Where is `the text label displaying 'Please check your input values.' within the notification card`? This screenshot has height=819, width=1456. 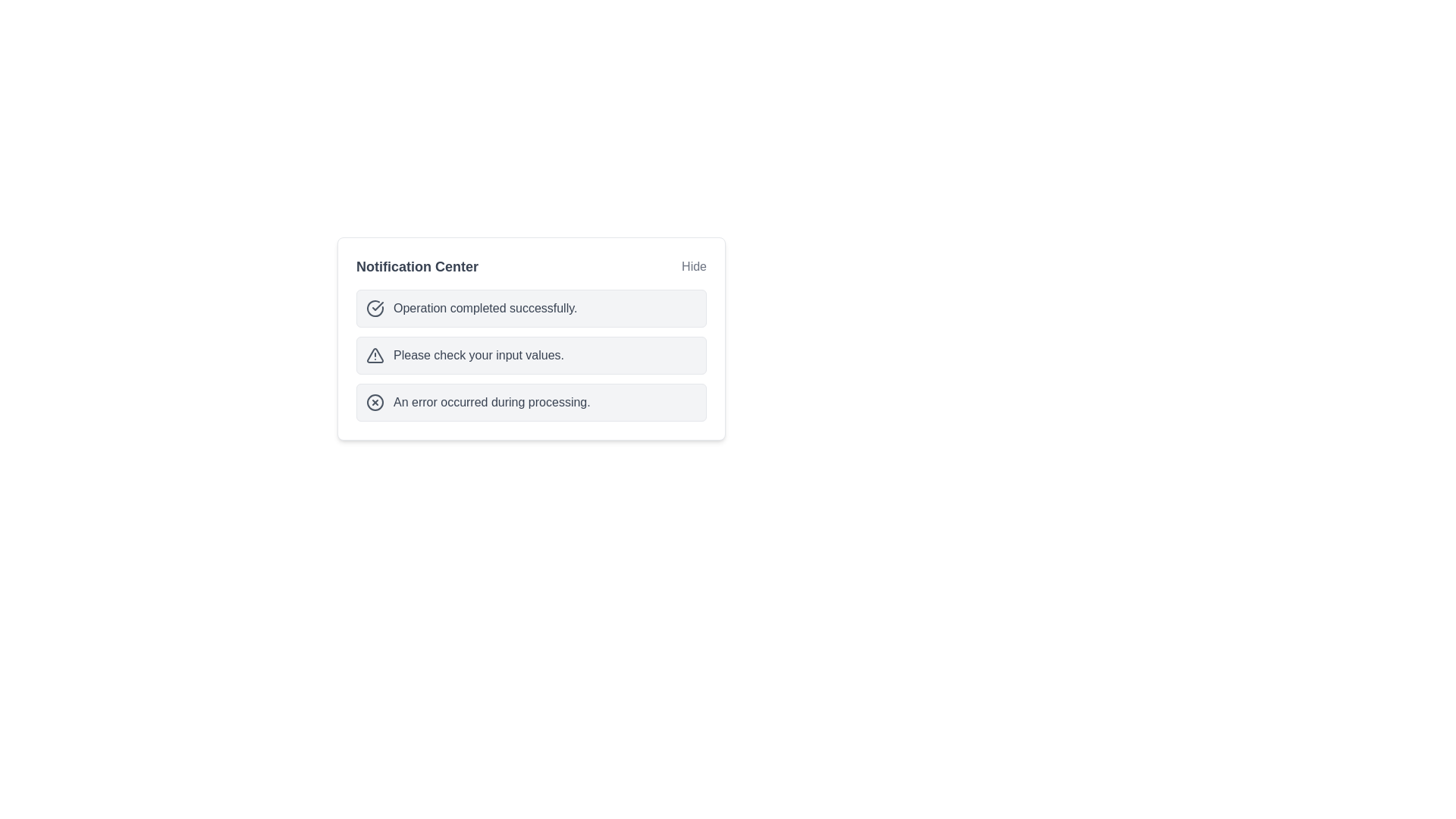
the text label displaying 'Please check your input values.' within the notification card is located at coordinates (478, 356).